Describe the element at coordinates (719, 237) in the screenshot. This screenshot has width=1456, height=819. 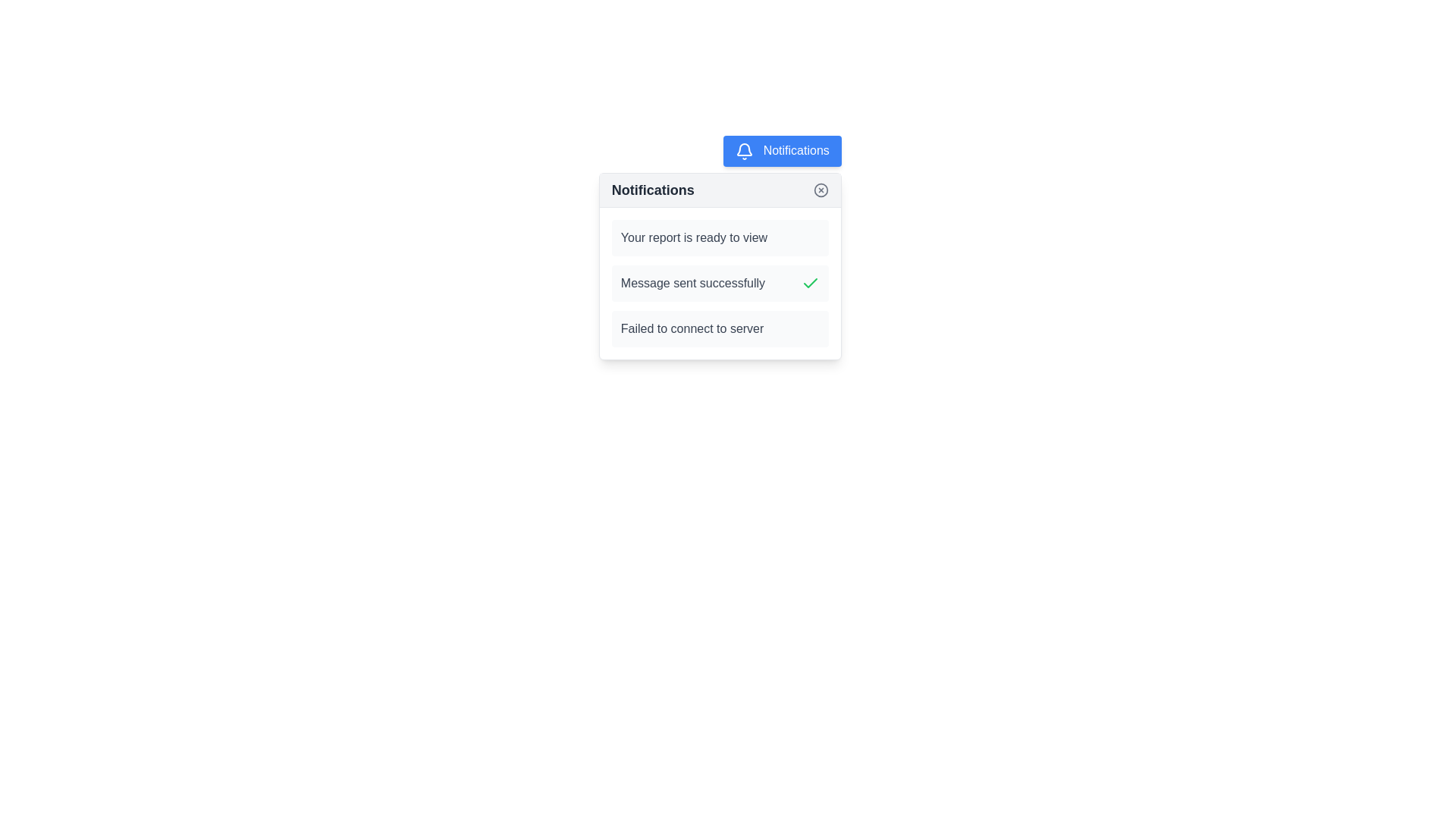
I see `the Notification banner located beneath the 'Notifications' header to read the notification text` at that location.